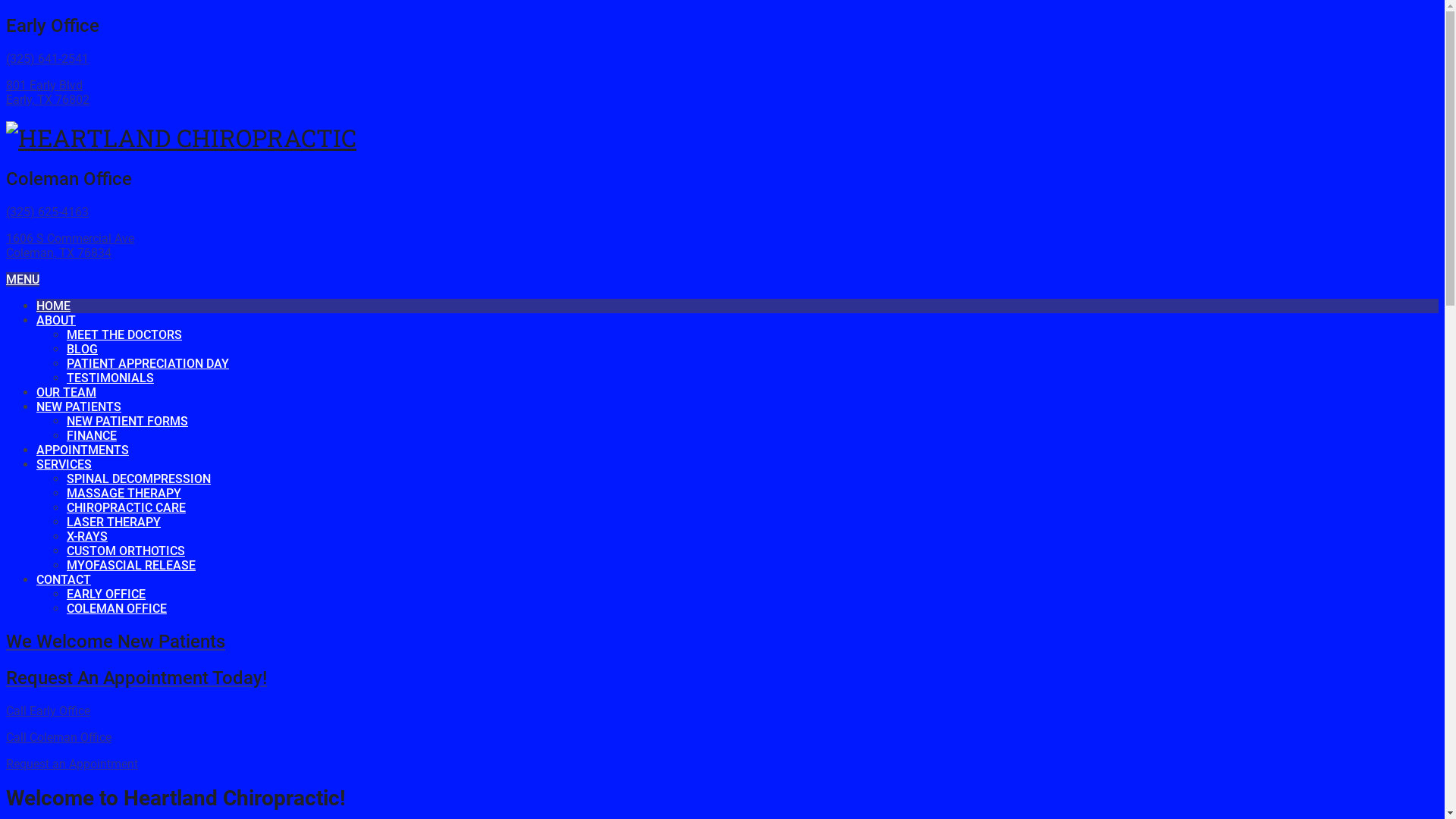  Describe the element at coordinates (112, 521) in the screenshot. I see `'LASER THERAPY'` at that location.